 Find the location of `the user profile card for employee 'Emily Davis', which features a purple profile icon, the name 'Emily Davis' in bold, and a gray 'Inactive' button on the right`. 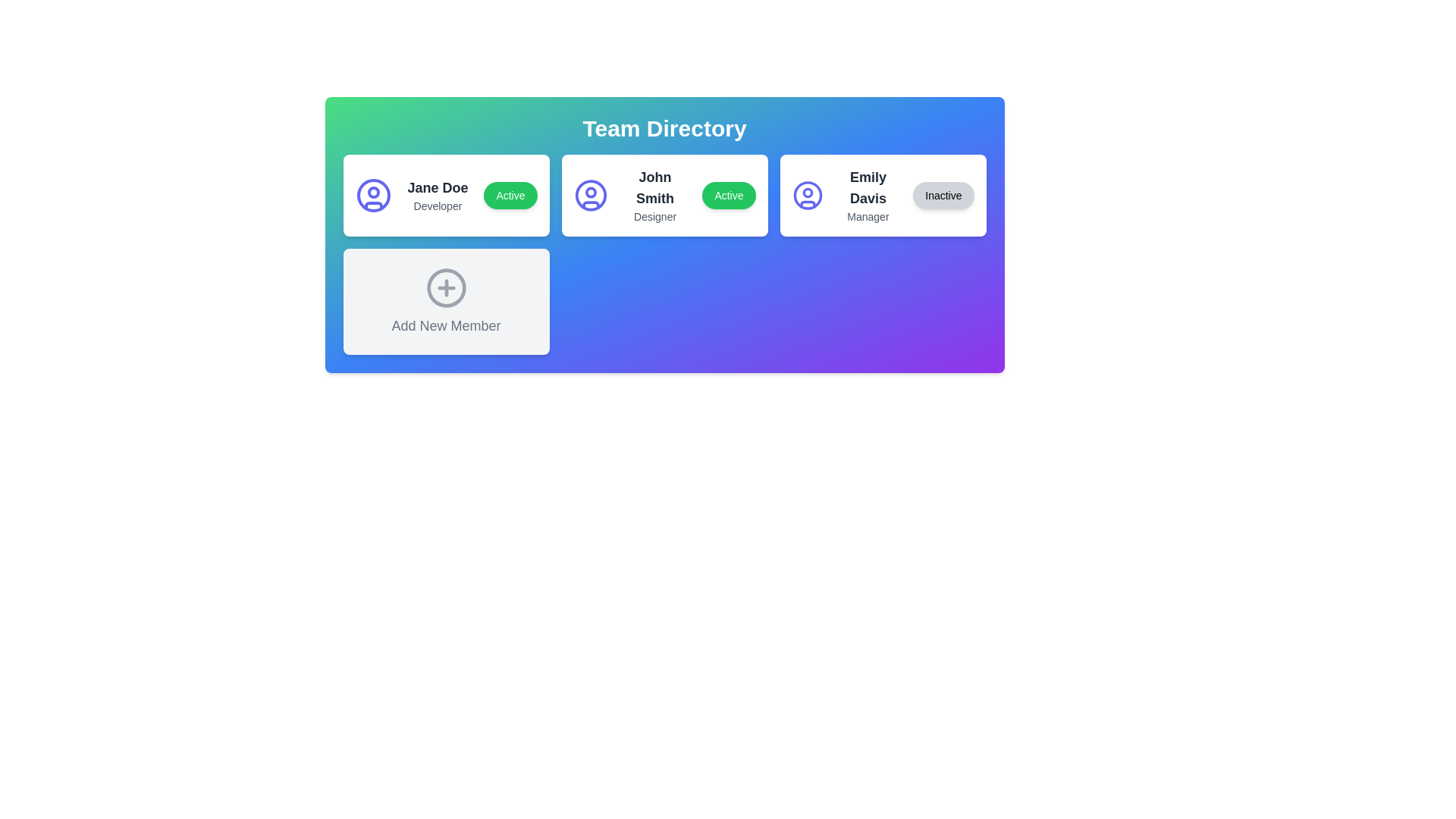

the user profile card for employee 'Emily Davis', which features a purple profile icon, the name 'Emily Davis' in bold, and a gray 'Inactive' button on the right is located at coordinates (883, 195).